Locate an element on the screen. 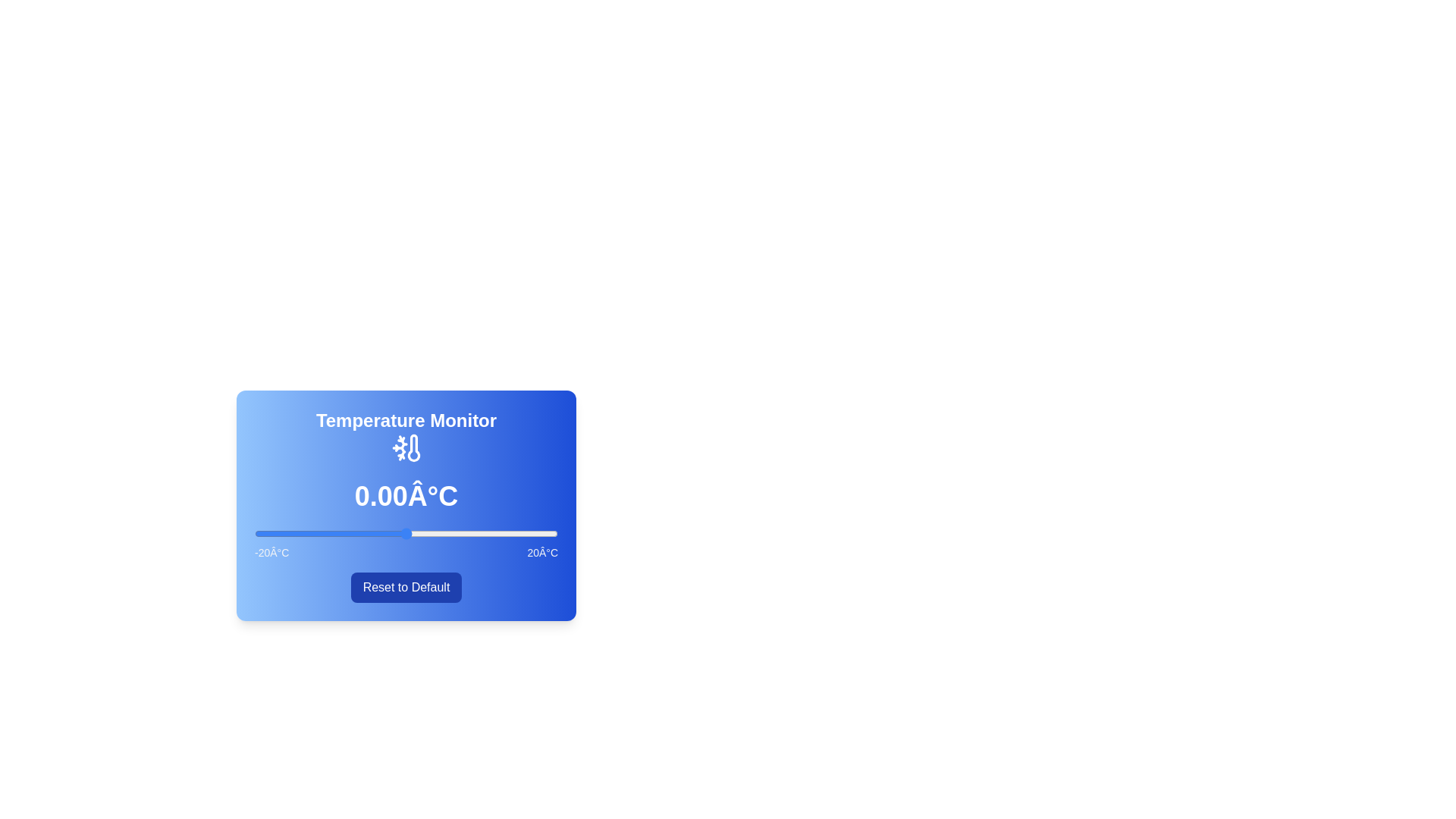 This screenshot has height=819, width=1456. the temperature slider to -12 degrees Celsius is located at coordinates (315, 533).